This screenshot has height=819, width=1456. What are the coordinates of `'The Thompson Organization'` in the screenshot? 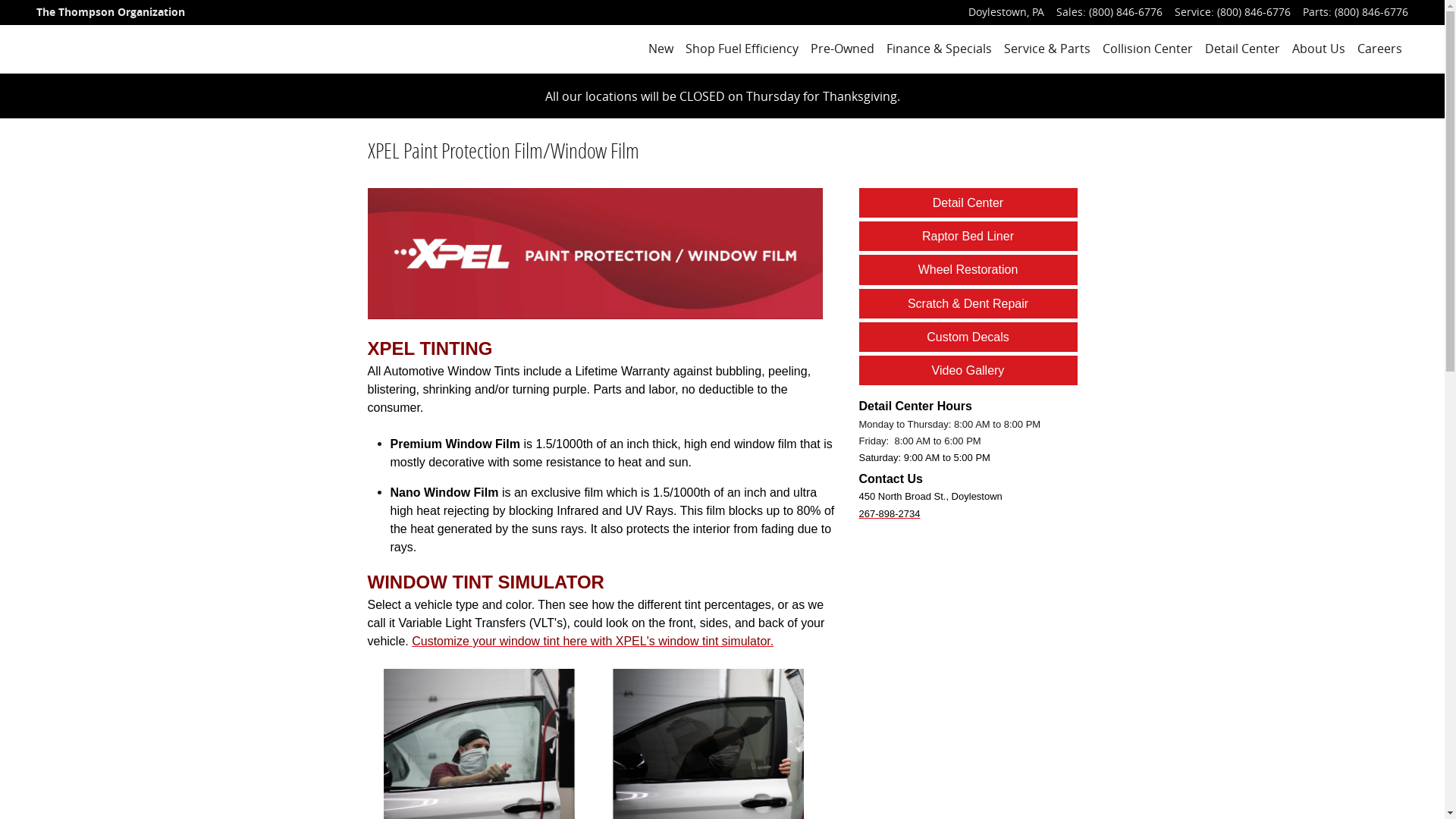 It's located at (36, 11).